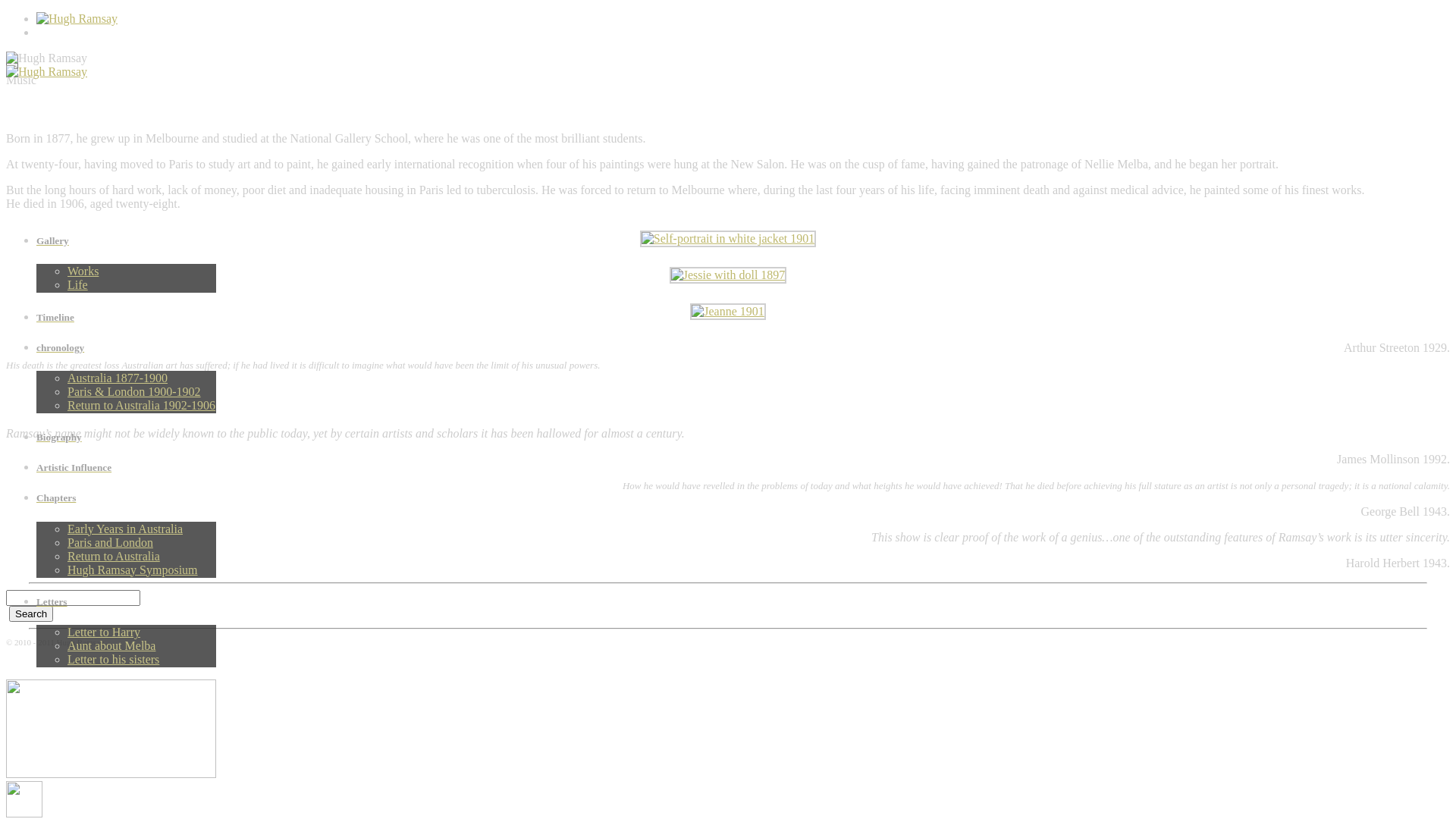  I want to click on 'Artistic Influence', so click(126, 467).